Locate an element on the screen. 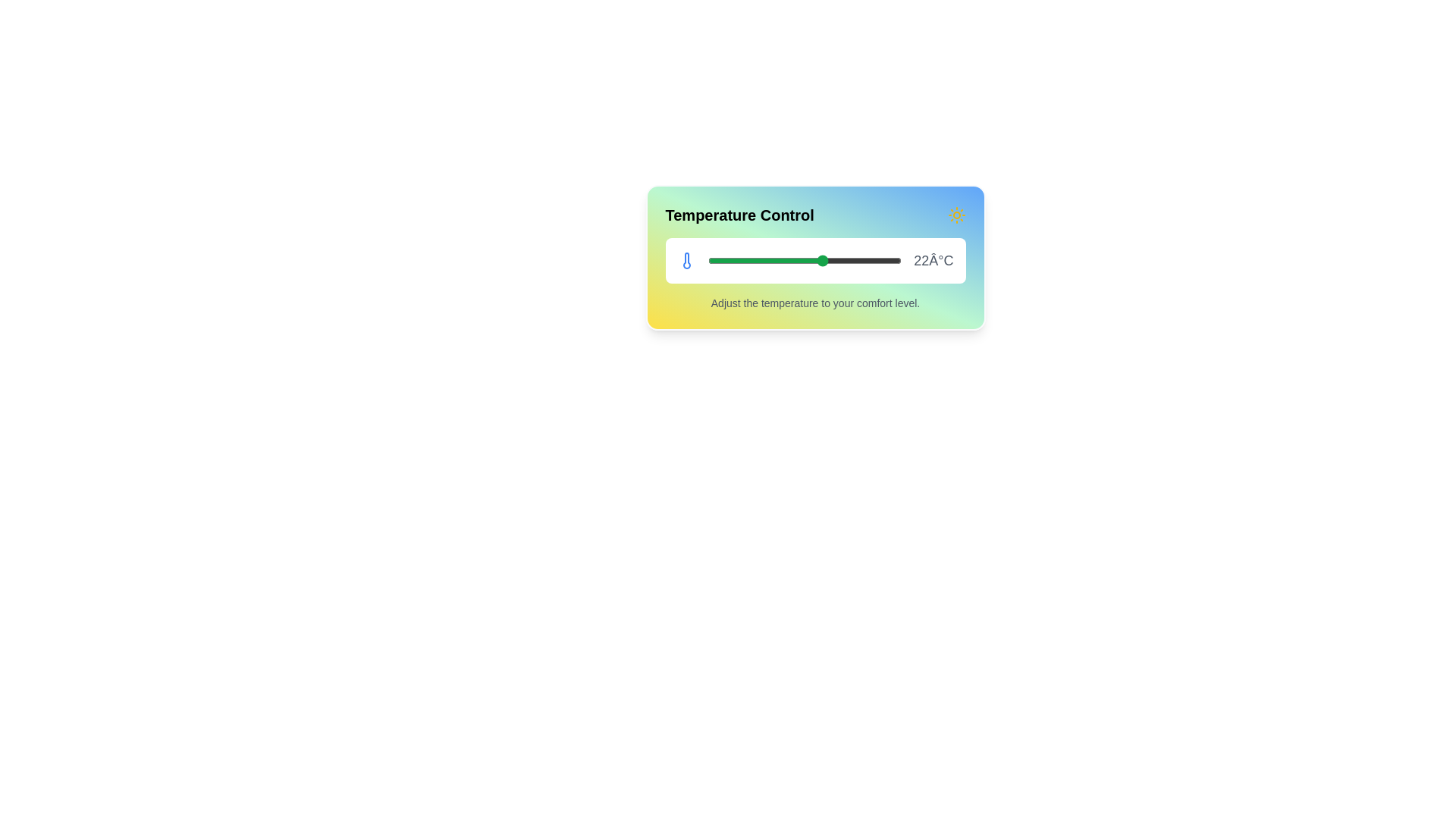  the static label displaying the current temperature value formatted as '22°C' within the 'Temperature Control' UI, located at the far right adjacent to the slider is located at coordinates (933, 259).